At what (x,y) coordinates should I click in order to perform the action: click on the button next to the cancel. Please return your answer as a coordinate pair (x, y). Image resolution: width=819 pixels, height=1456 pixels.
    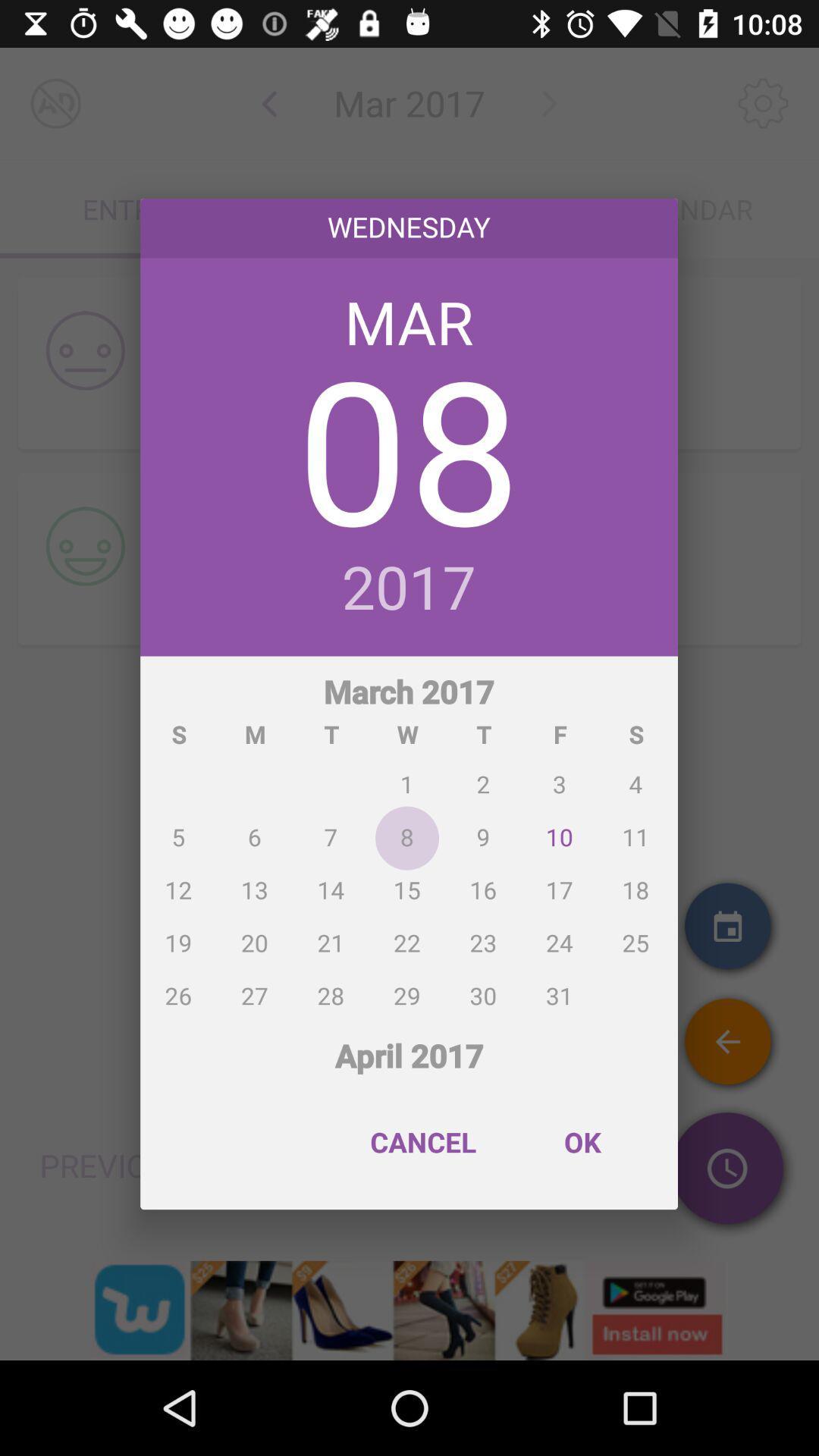
    Looking at the image, I should click on (581, 1142).